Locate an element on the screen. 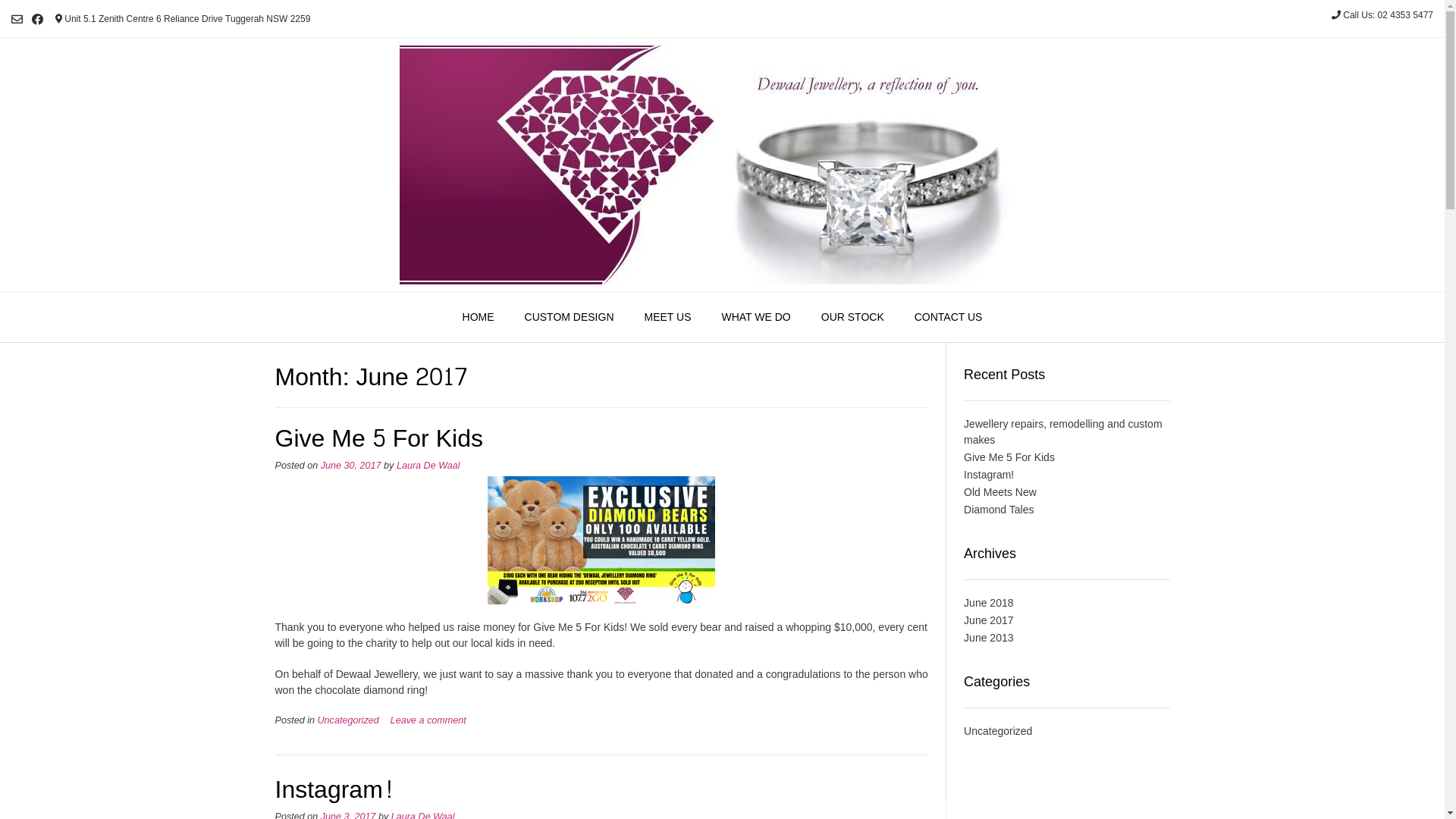  'June 30, 2017' is located at coordinates (350, 464).